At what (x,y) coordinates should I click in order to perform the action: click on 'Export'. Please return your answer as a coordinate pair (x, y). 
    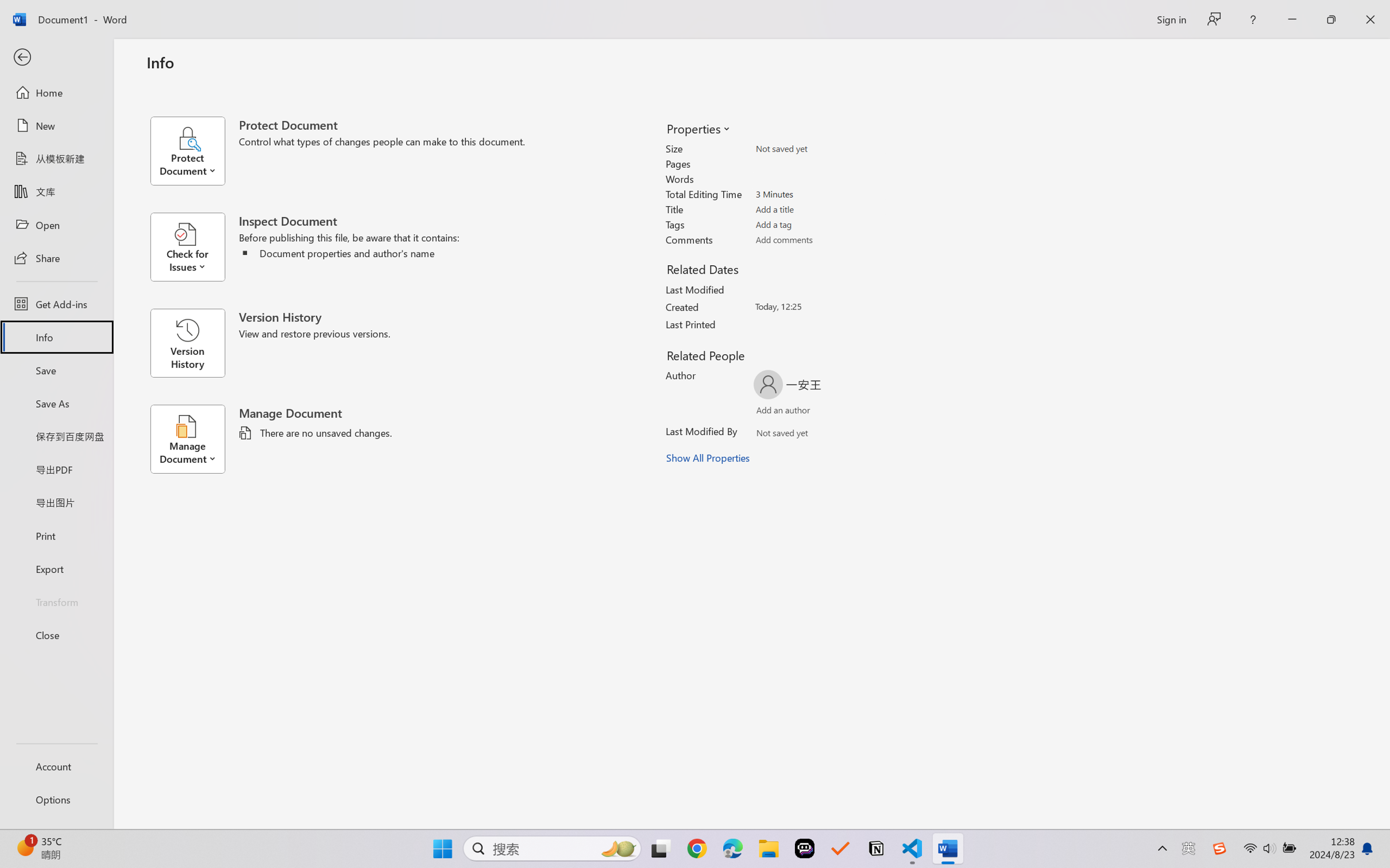
    Looking at the image, I should click on (56, 568).